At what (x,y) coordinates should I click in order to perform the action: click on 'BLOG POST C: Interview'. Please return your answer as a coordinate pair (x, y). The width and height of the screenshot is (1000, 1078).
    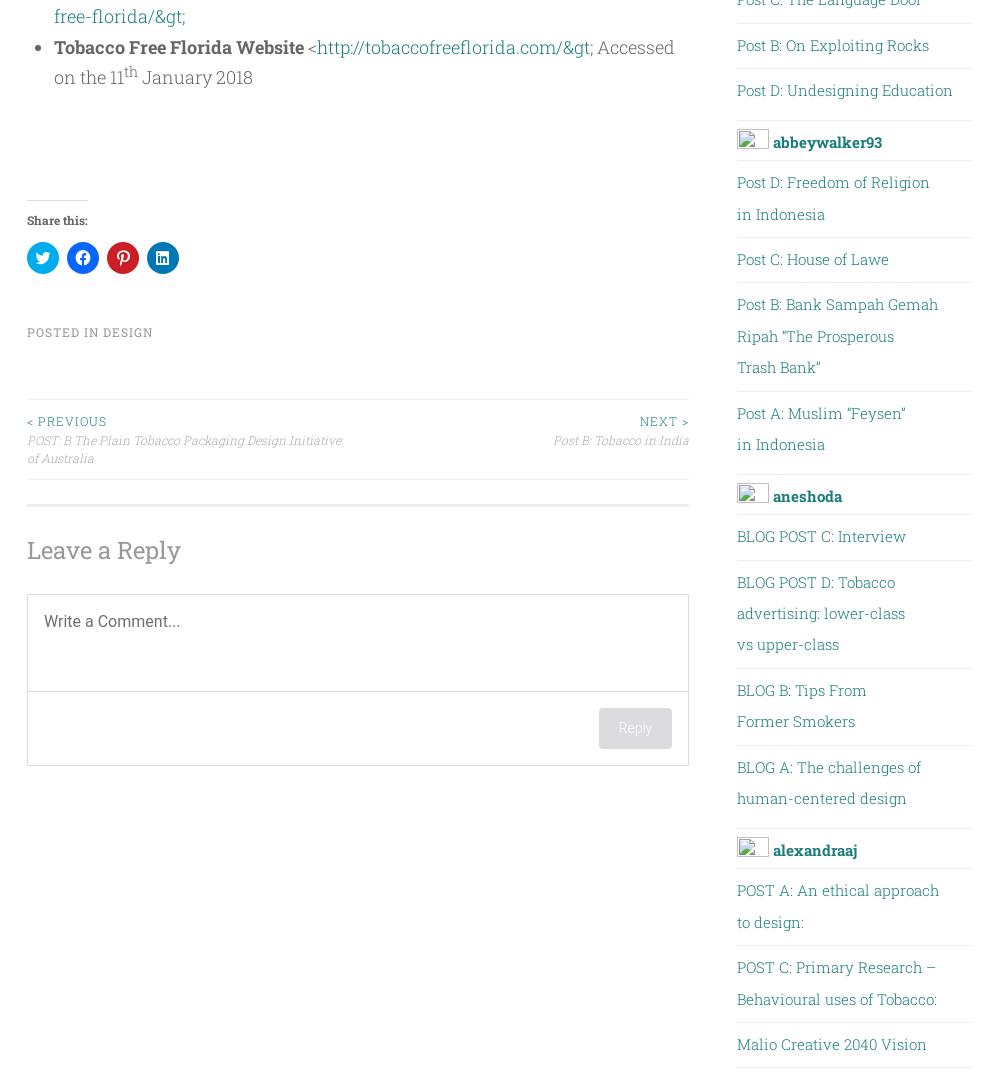
    Looking at the image, I should click on (819, 535).